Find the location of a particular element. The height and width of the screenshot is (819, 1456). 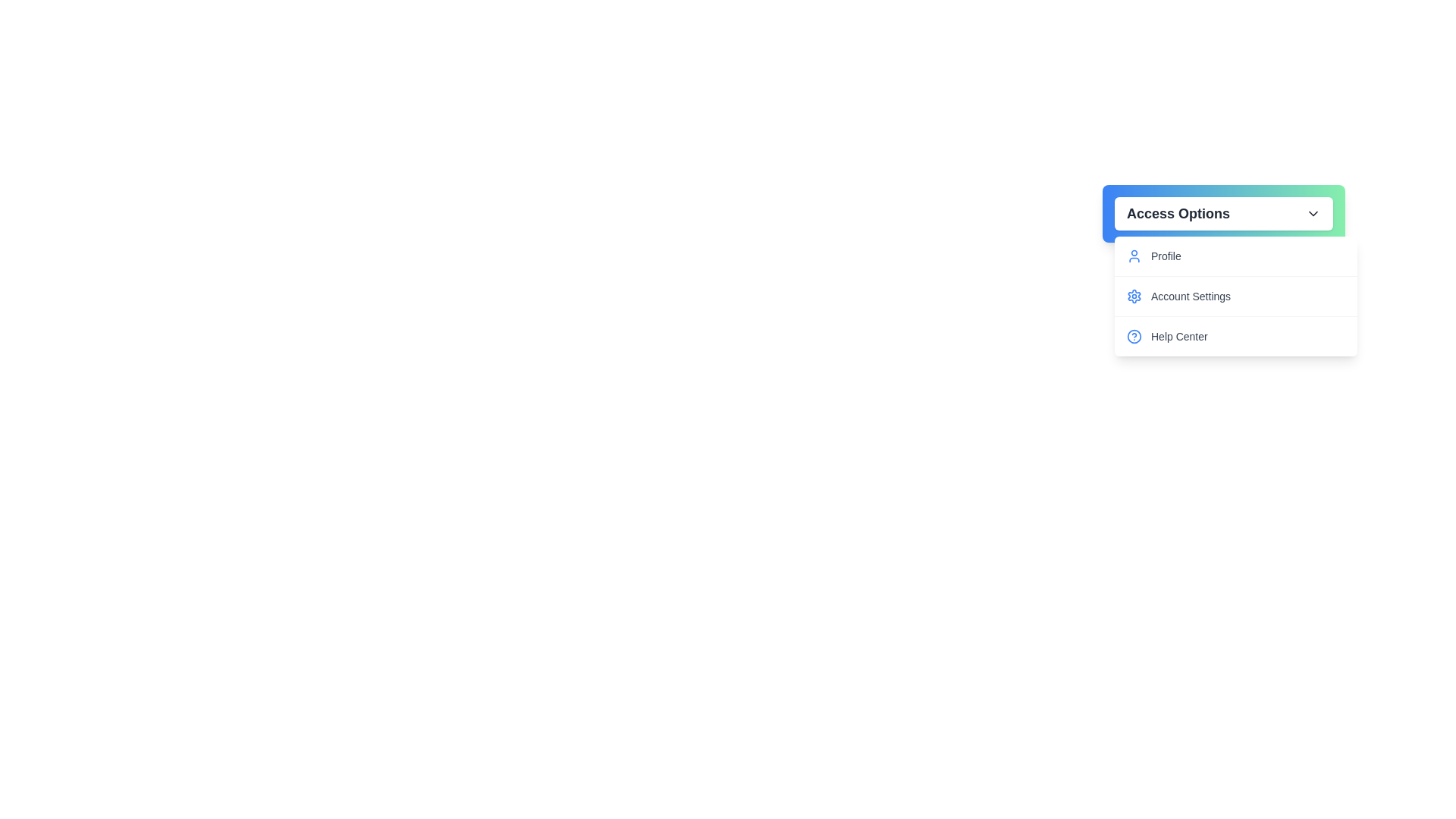

the first item in the 'Access Options' dropdown menu, which is a Text Label directing users to their profile section is located at coordinates (1165, 256).